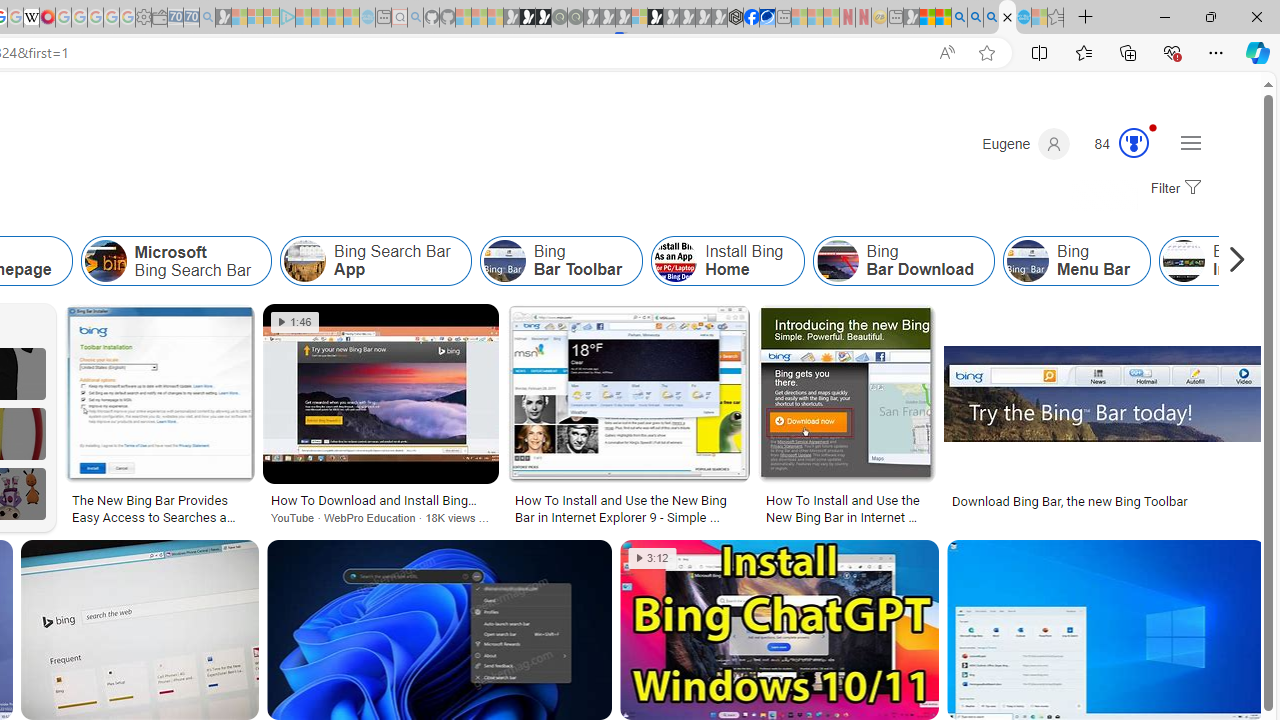  I want to click on 'Install Bing Home', so click(726, 260).